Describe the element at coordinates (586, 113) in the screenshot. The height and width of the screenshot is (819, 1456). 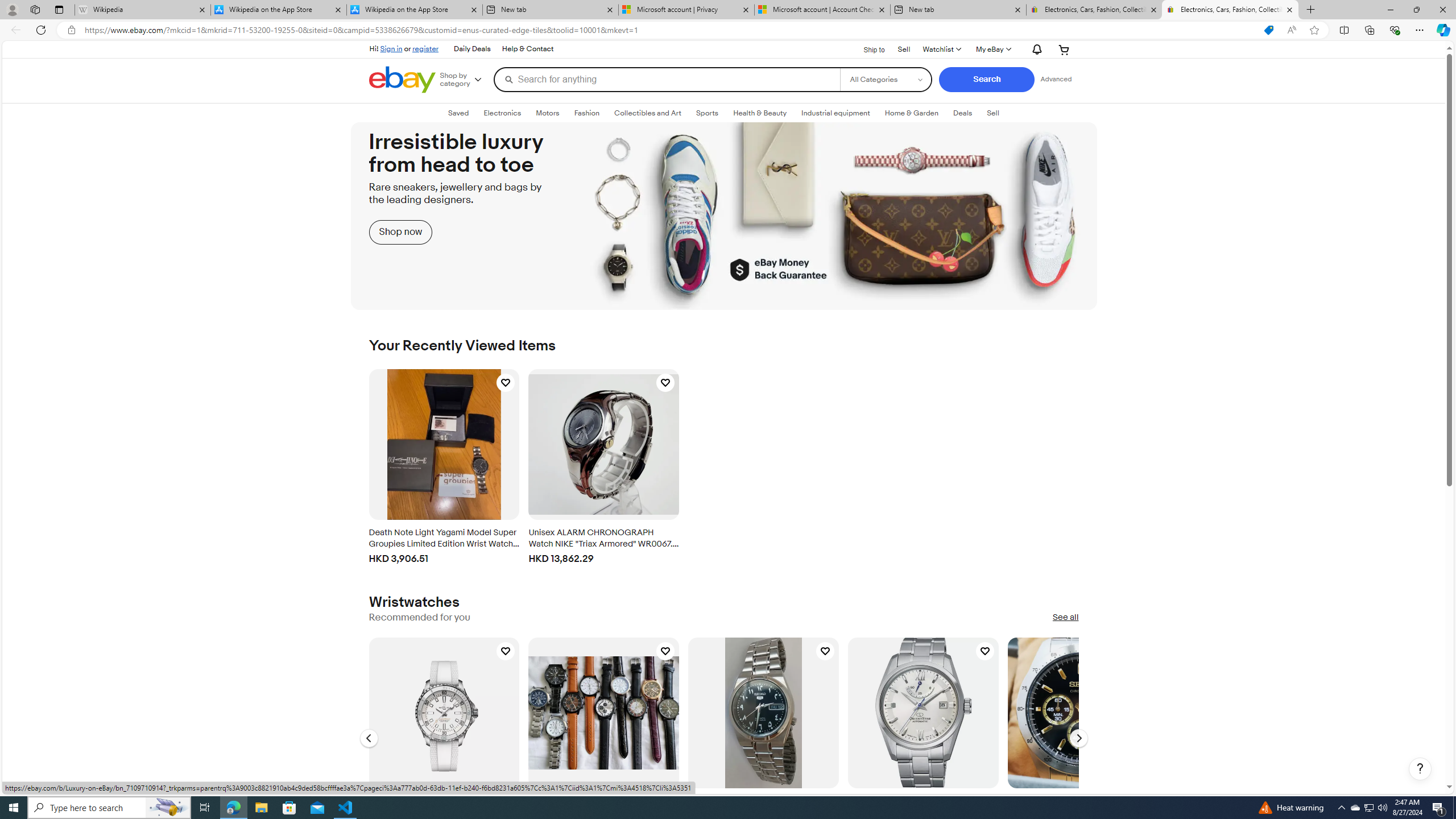
I see `'FashionExpand: Fashion'` at that location.